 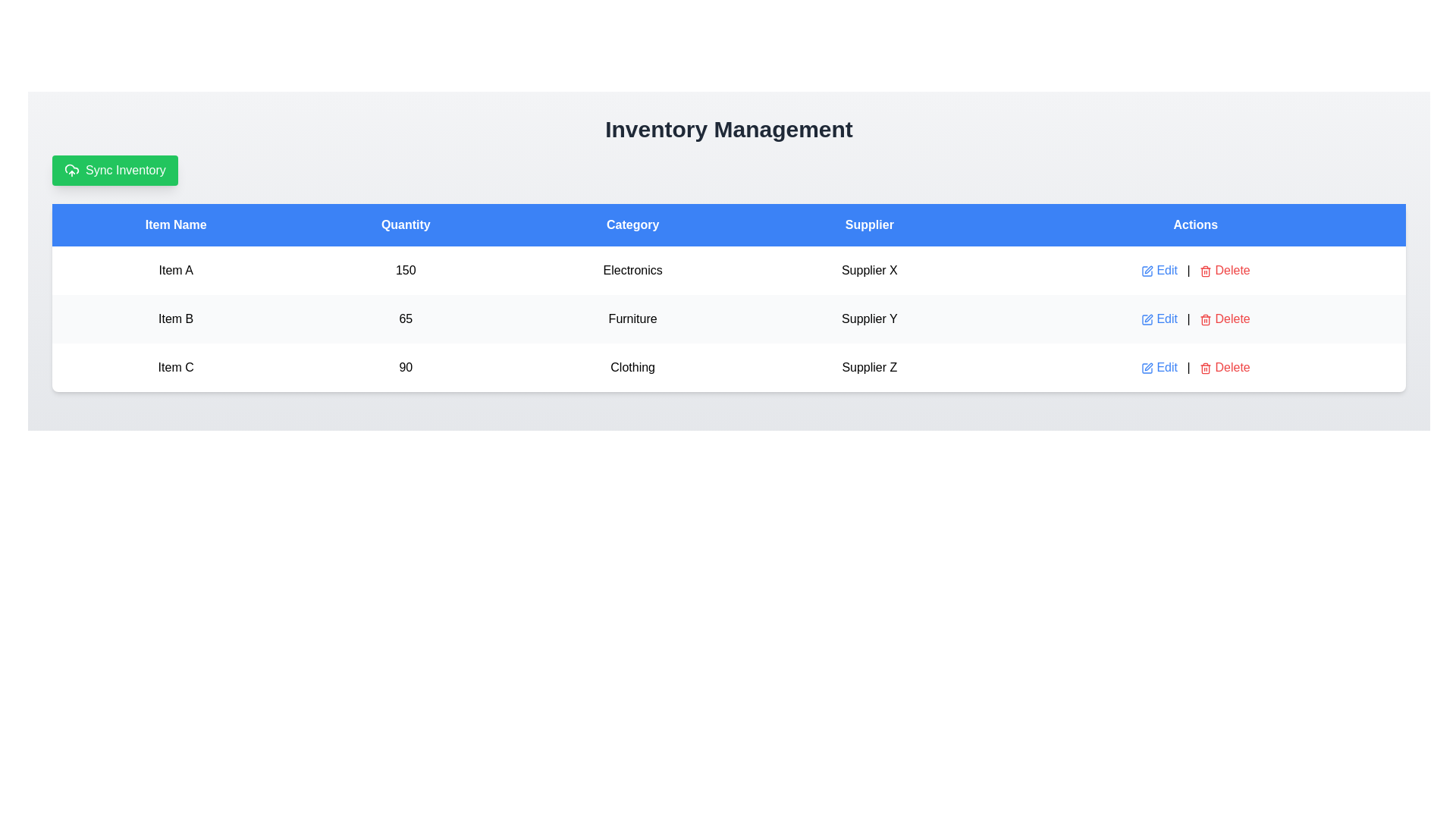 What do you see at coordinates (869, 318) in the screenshot?
I see `the text label displaying 'Supplier Y', which is located in the fourth column of the second row of a table underneath the 'Supplier' header` at bounding box center [869, 318].